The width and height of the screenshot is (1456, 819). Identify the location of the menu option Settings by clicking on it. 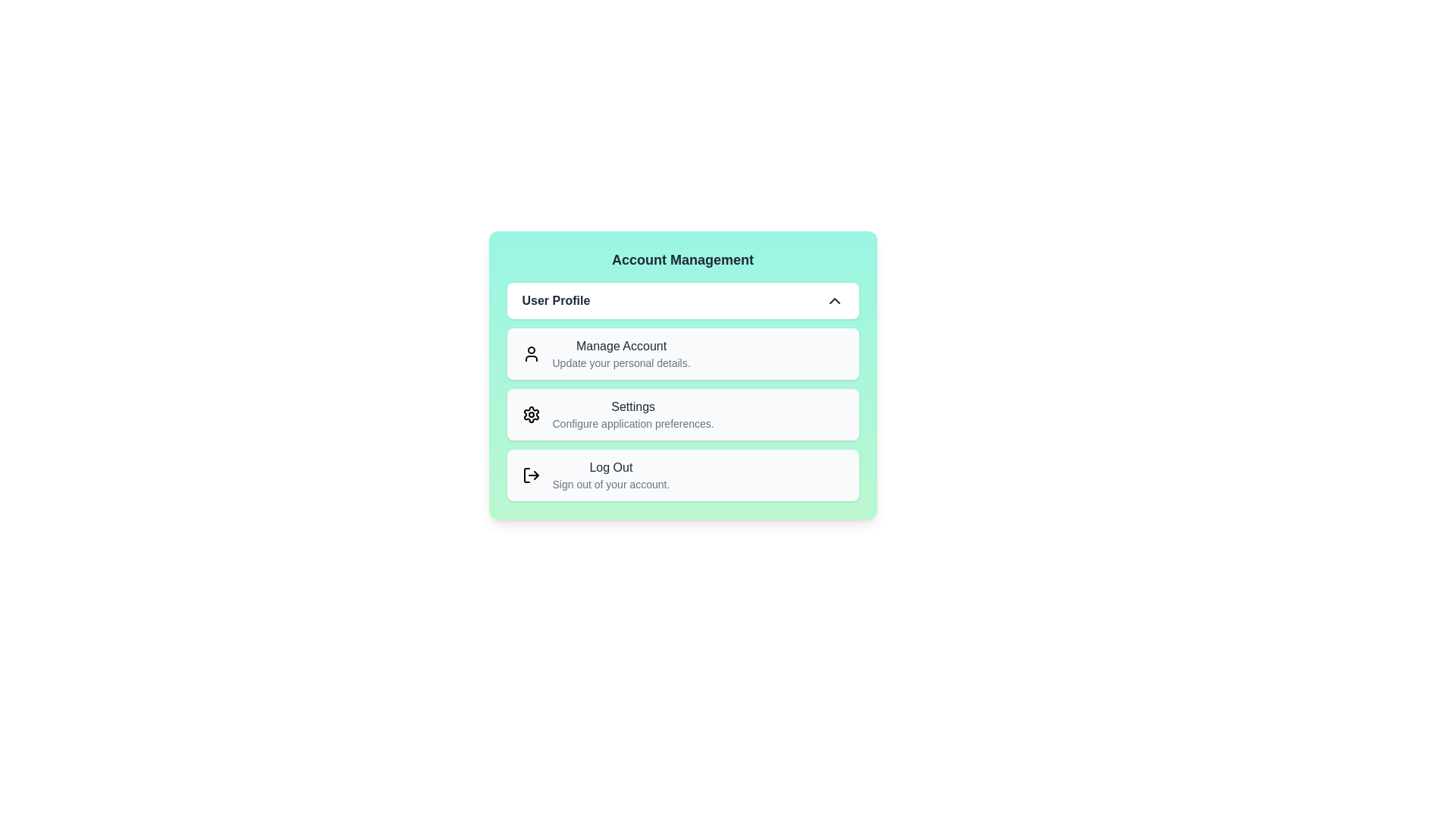
(682, 415).